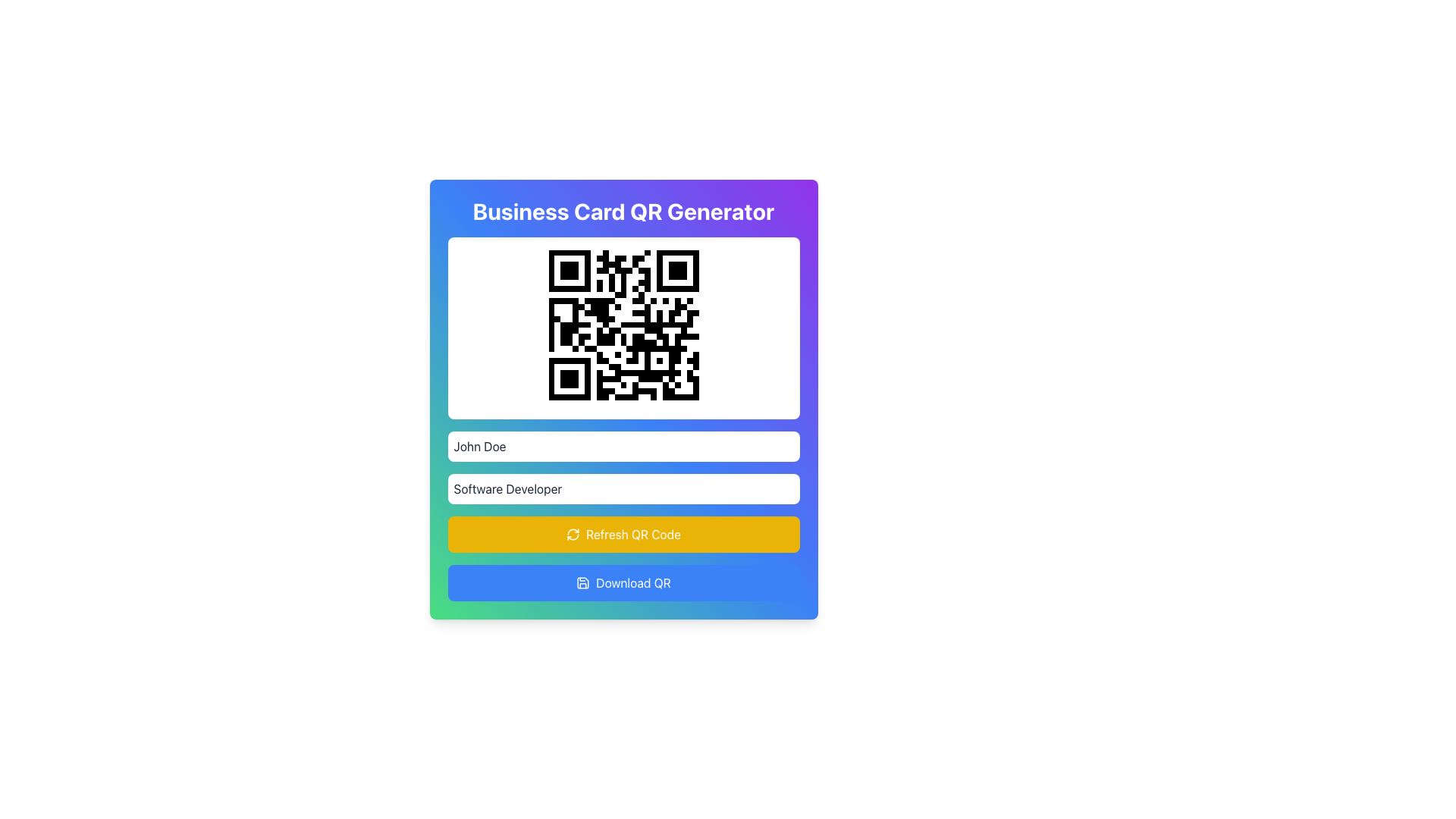  I want to click on the 'Download QR' icon located to the left of the text within the blue rectangular download button, so click(582, 582).